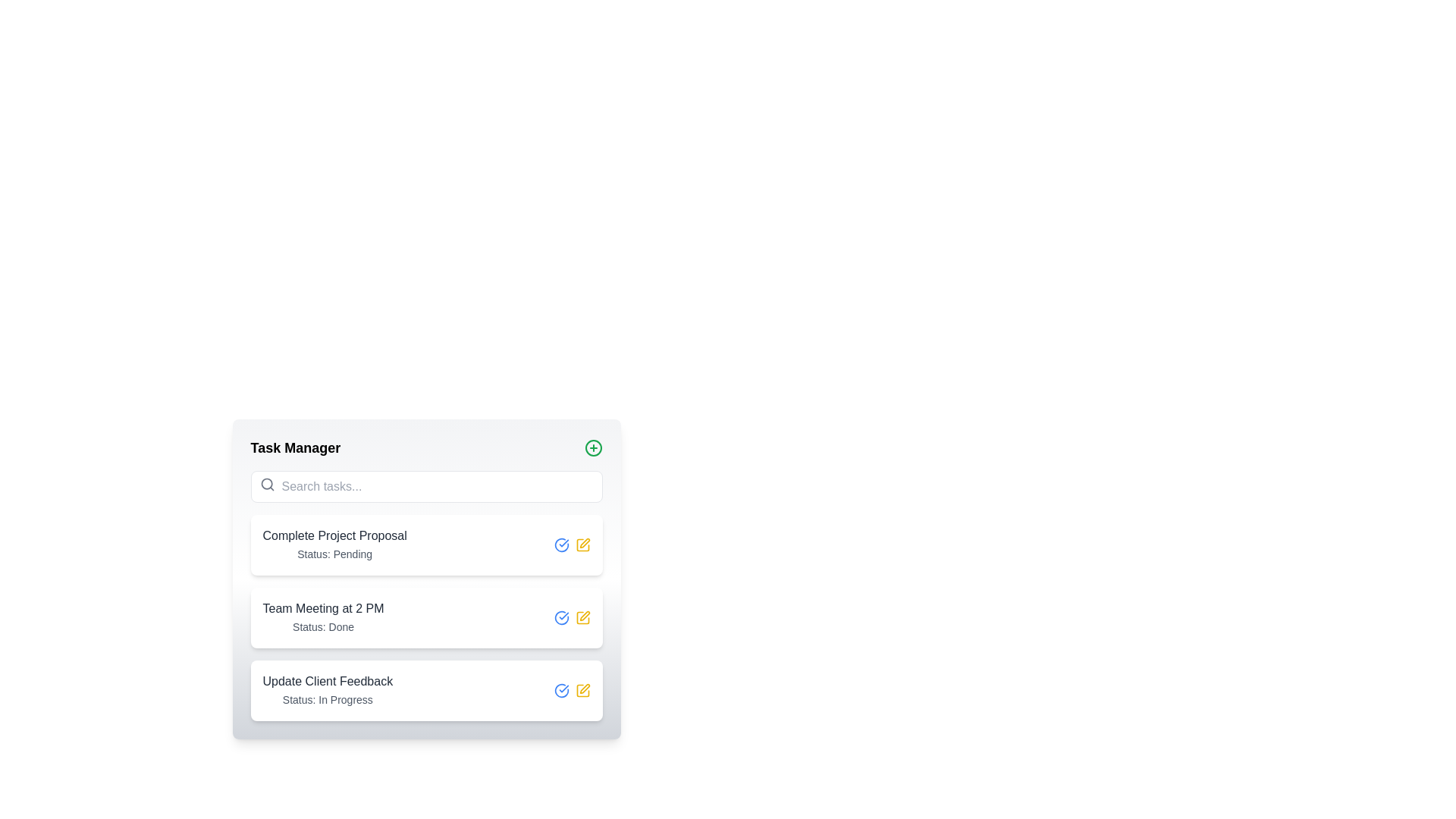 The height and width of the screenshot is (819, 1456). What do you see at coordinates (560, 544) in the screenshot?
I see `the checkmark icon that indicates task completion, located to the immediate left of the yellow 'edit' icon for the task 'Complete Project Proposal.'` at bounding box center [560, 544].